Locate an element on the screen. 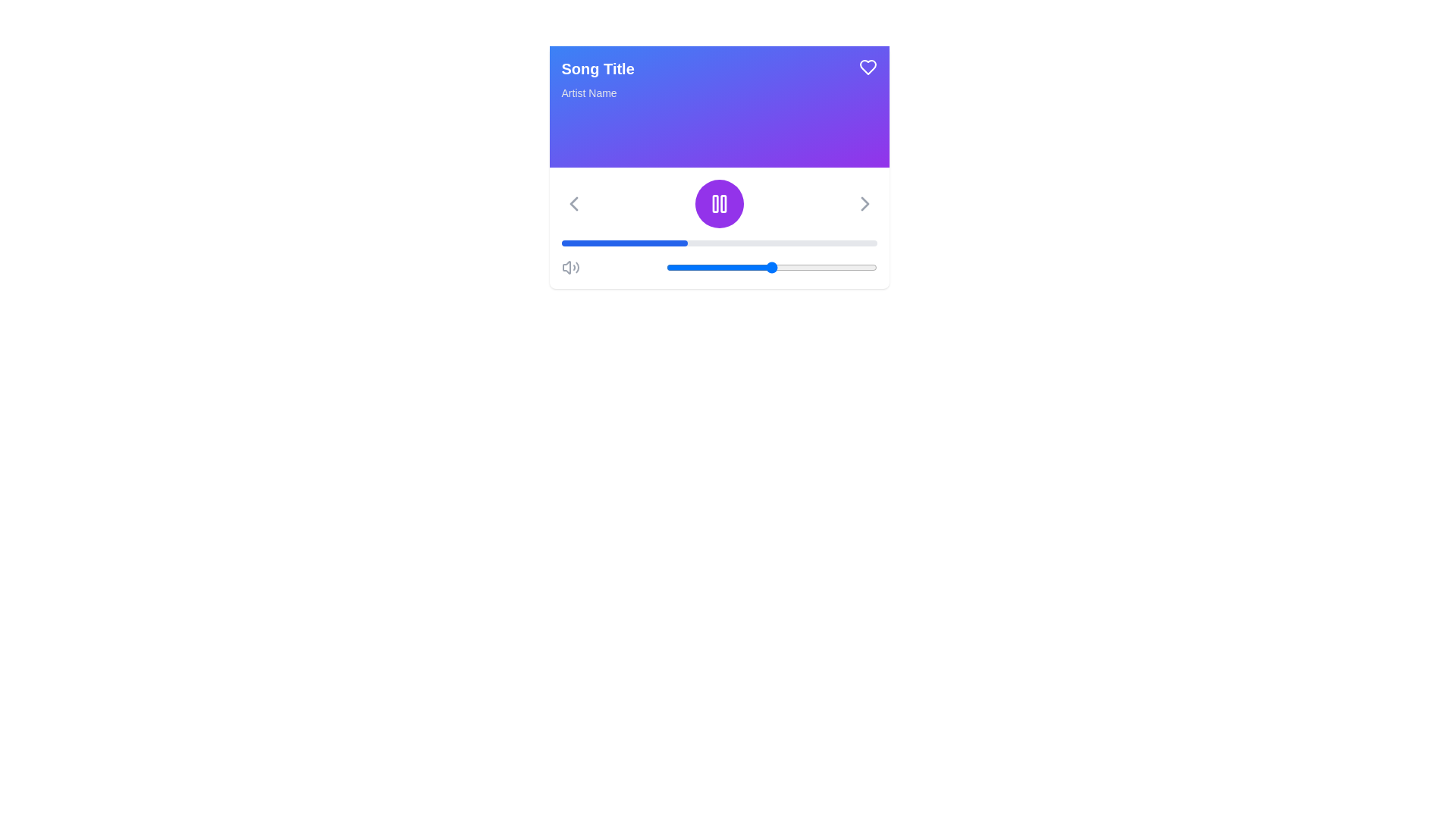  volume is located at coordinates (855, 267).